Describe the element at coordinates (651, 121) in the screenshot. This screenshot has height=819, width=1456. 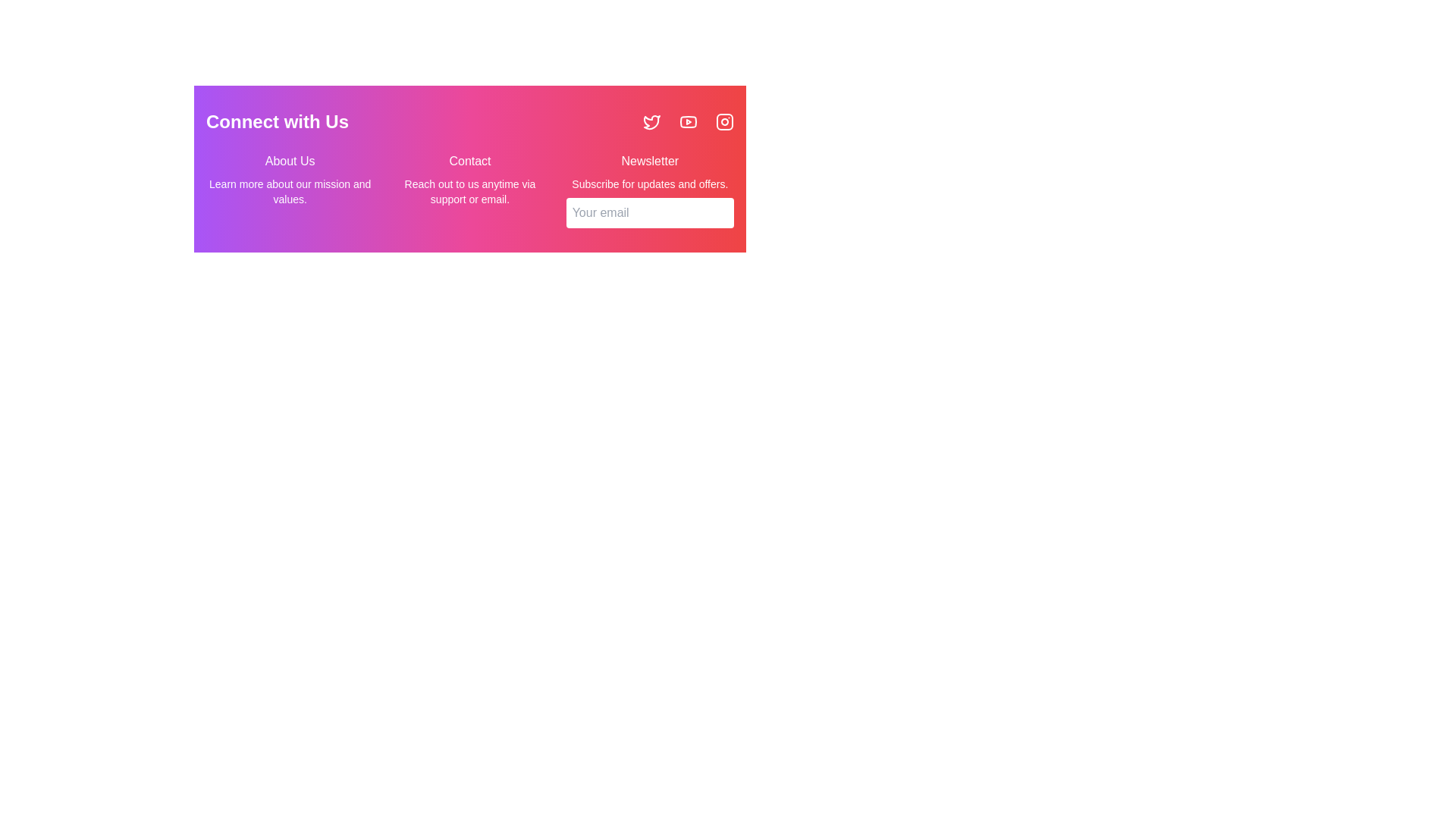
I see `the red bird icon representing a social media platform located at the top-right section of the 'Connect with Us' panel, which is the first icon in a horizontal sequence` at that location.